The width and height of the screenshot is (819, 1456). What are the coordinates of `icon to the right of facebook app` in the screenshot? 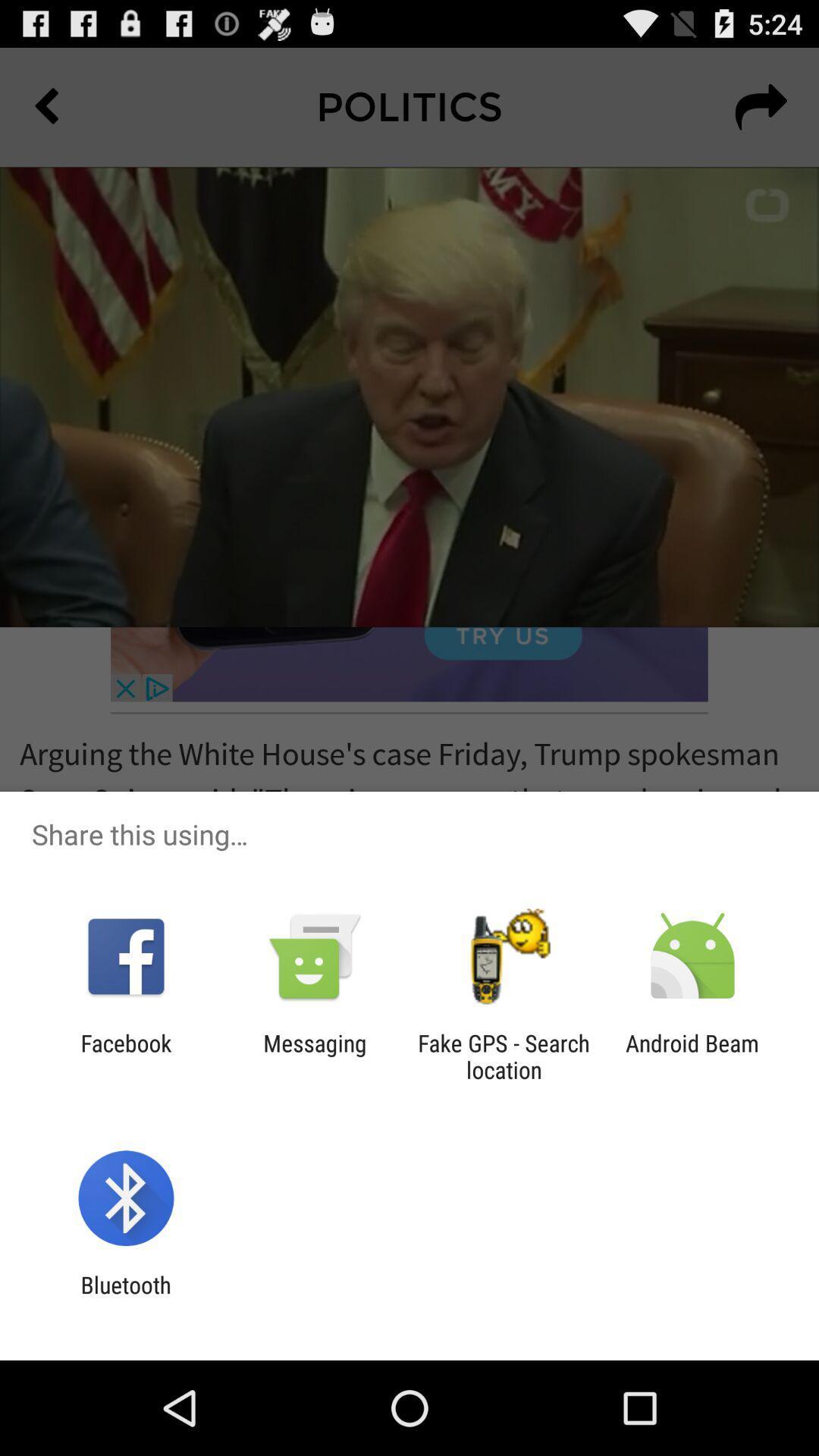 It's located at (314, 1056).